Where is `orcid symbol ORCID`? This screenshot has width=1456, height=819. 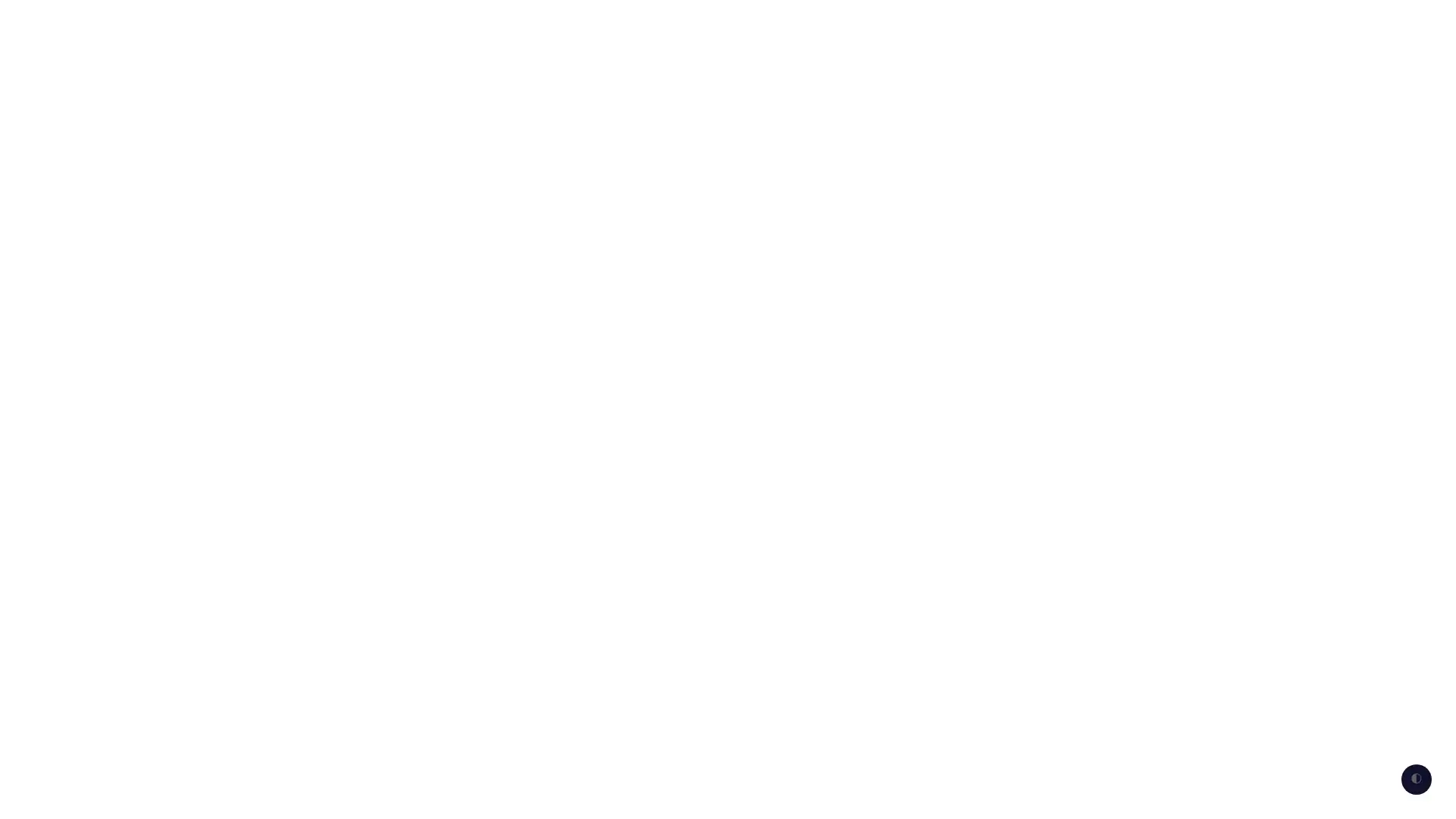 orcid symbol ORCID is located at coordinates (1198, 23).